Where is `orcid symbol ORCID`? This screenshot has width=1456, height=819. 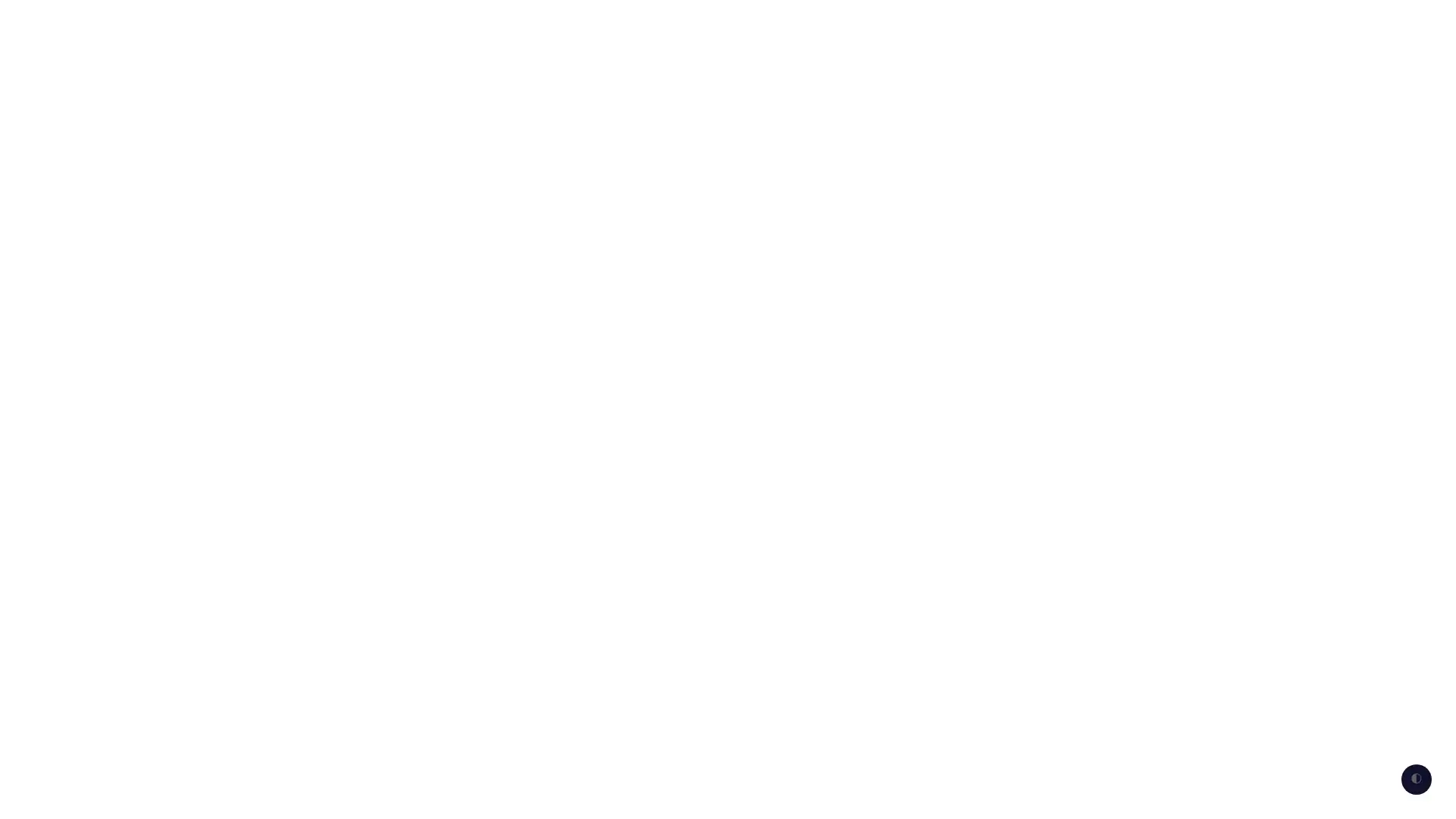 orcid symbol ORCID is located at coordinates (1198, 23).